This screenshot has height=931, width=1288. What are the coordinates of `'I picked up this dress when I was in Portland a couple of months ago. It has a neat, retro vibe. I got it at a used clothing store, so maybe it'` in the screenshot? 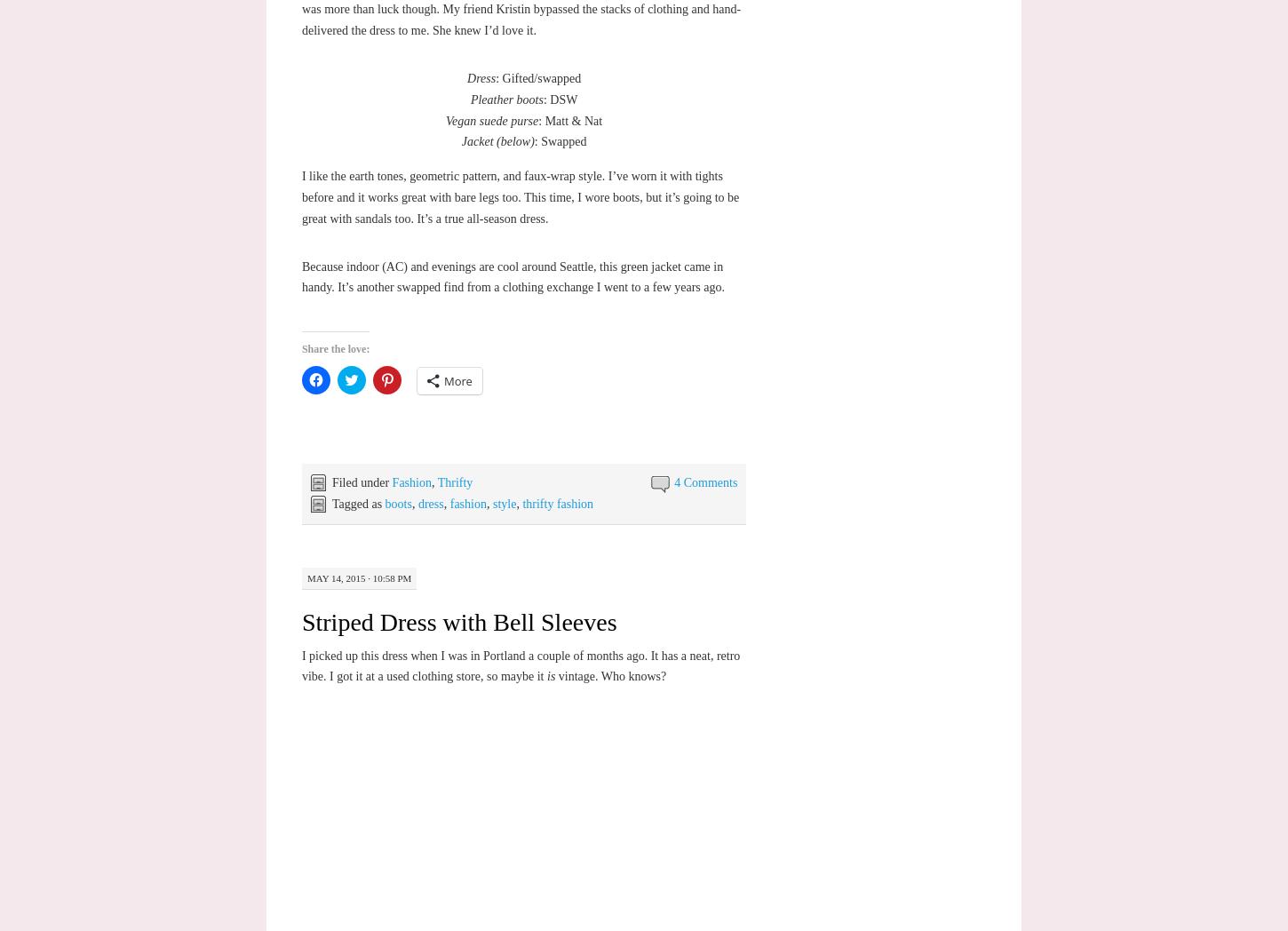 It's located at (301, 665).